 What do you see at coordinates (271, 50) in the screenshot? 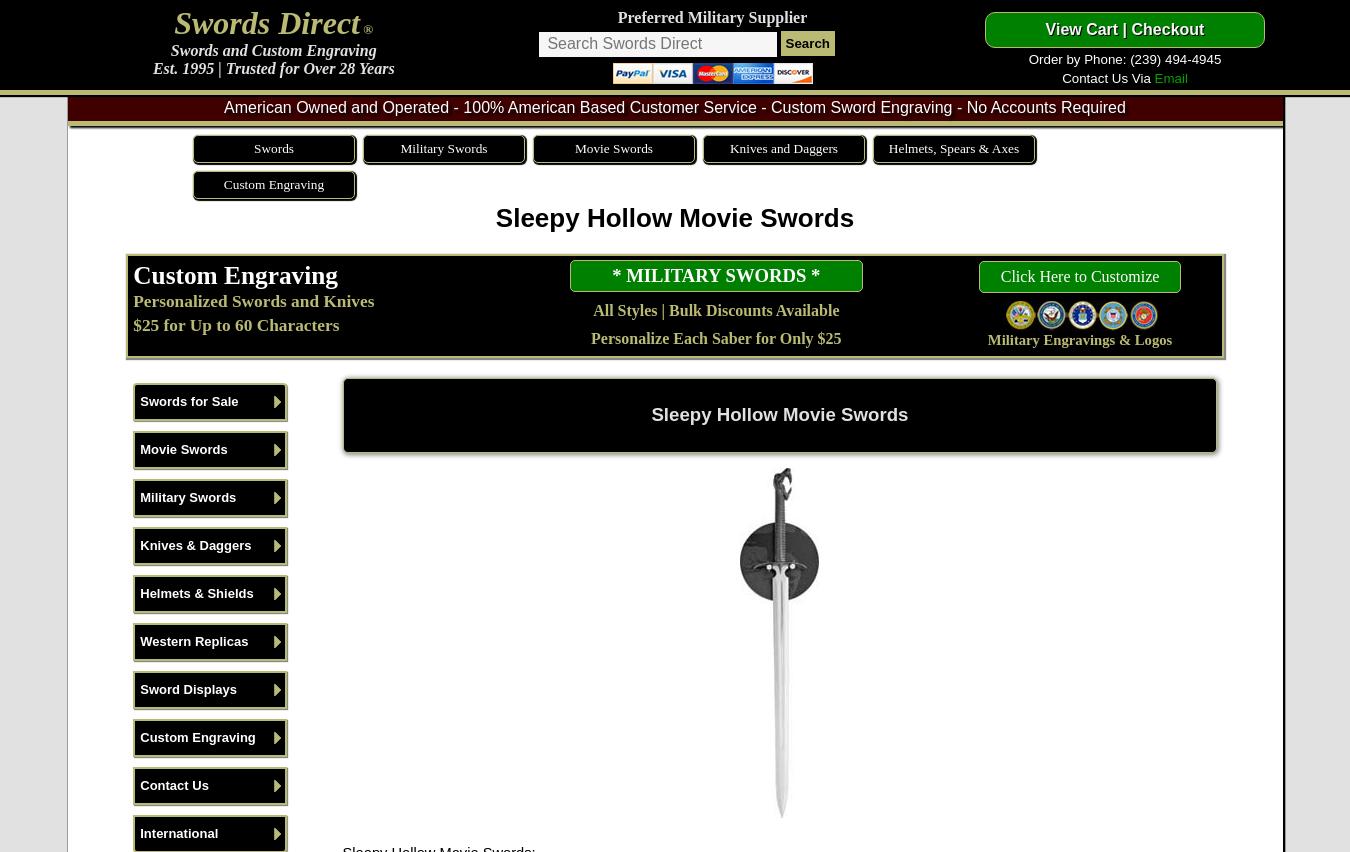
I see `'Swords and Custom Engraving'` at bounding box center [271, 50].